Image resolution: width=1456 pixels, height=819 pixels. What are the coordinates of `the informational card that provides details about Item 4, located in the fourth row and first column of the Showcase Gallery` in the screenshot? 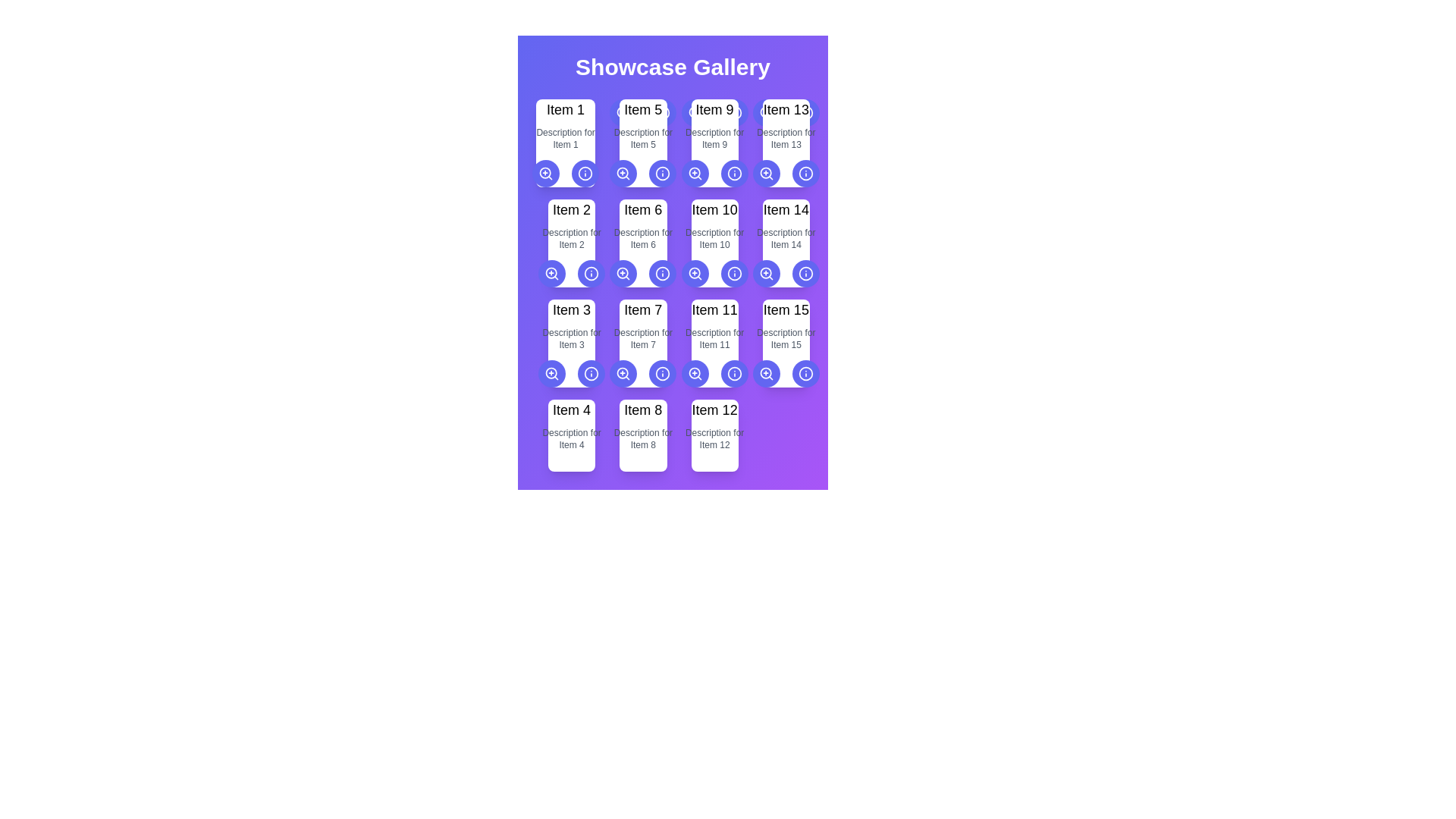 It's located at (571, 435).